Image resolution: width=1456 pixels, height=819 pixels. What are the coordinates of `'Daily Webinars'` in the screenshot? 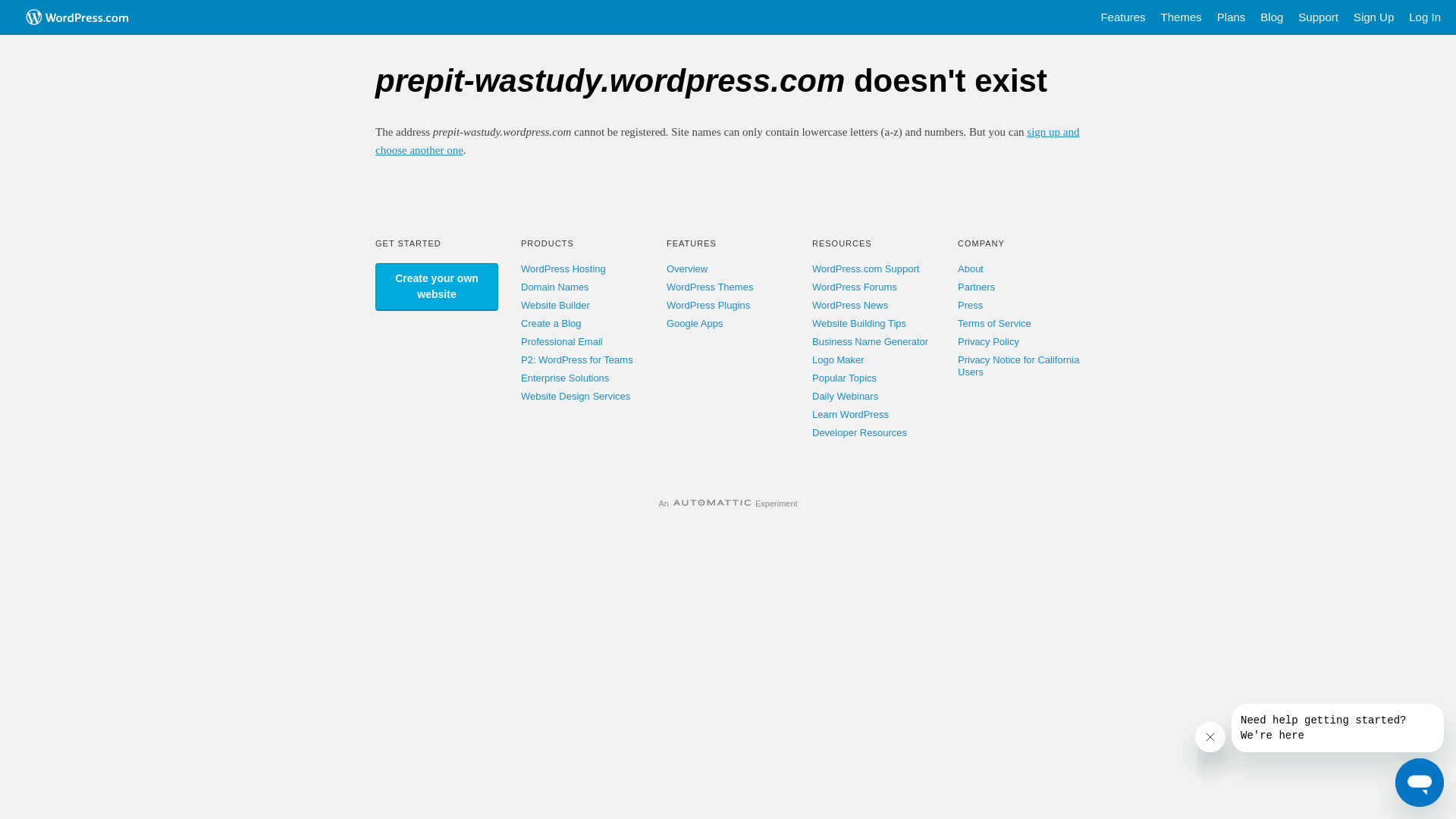 It's located at (844, 395).